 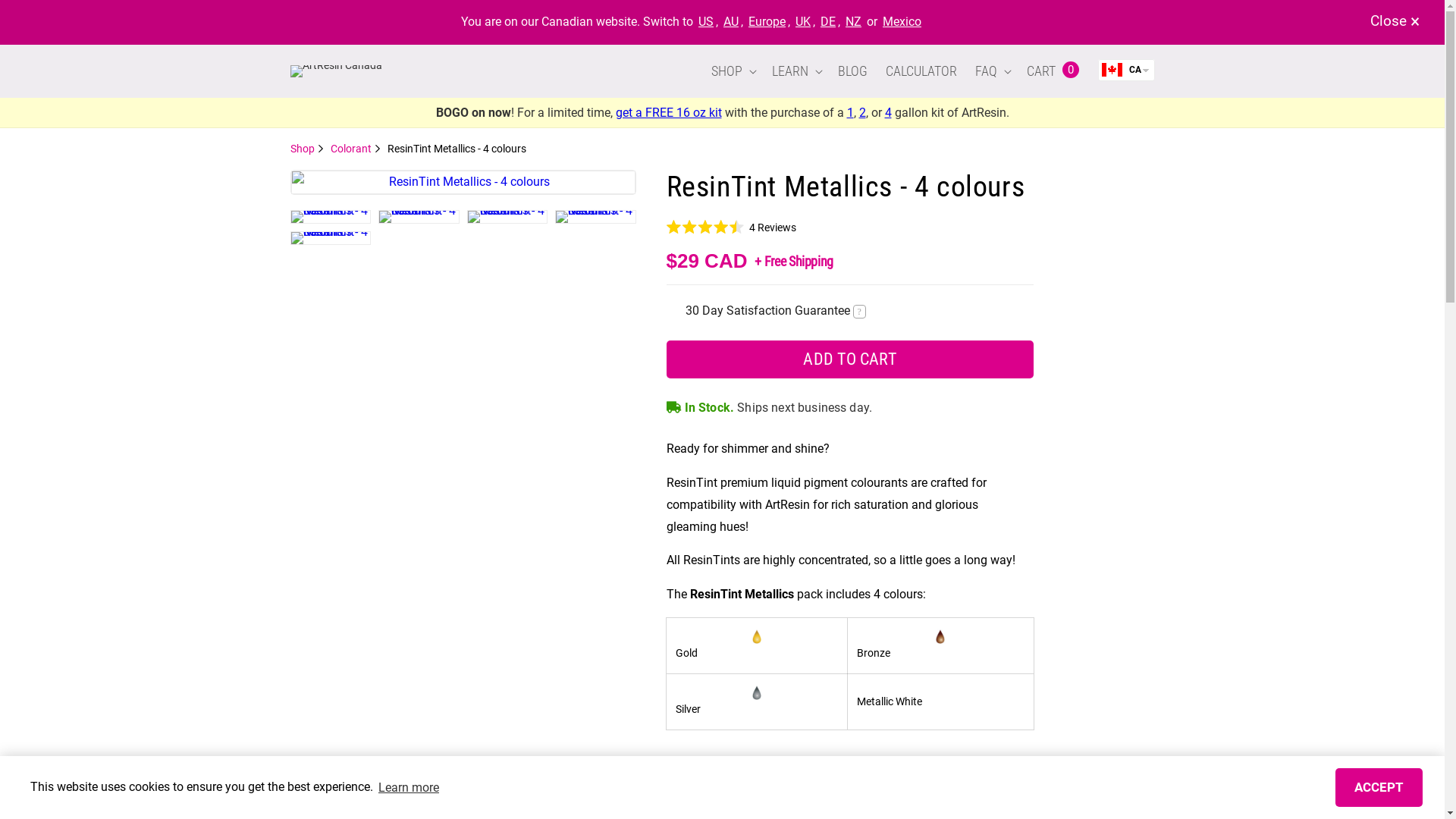 I want to click on 'US', so click(x=705, y=21).